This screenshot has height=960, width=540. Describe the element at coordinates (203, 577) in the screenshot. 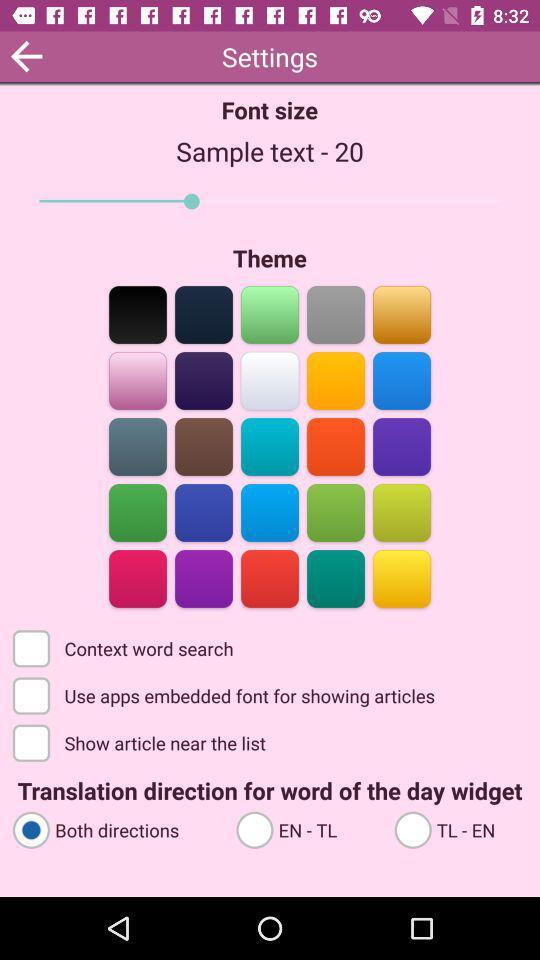

I see `new theme color` at that location.